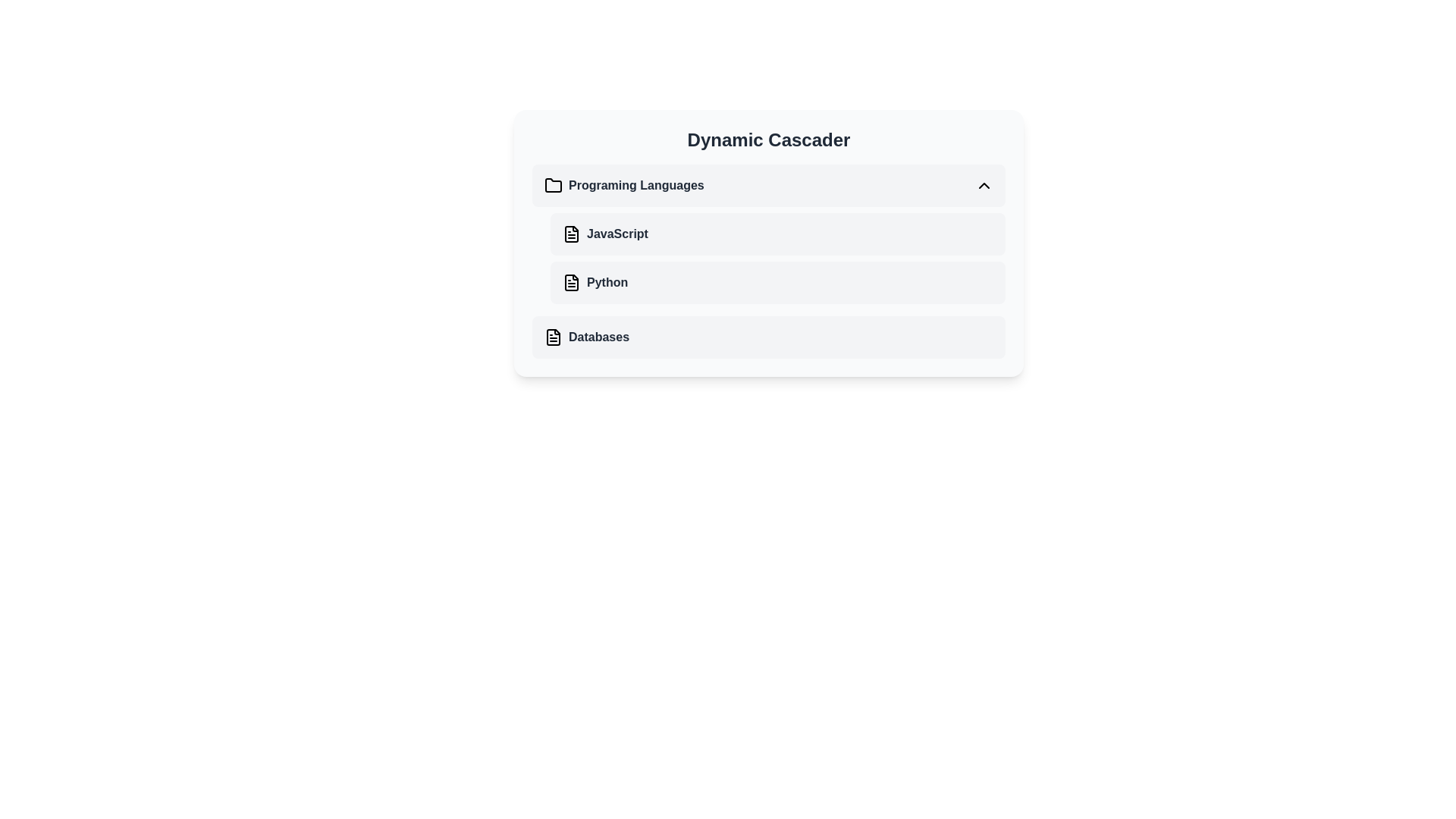 The image size is (1456, 819). Describe the element at coordinates (768, 242) in the screenshot. I see `the 'JavaScript' option in the 'Dynamic Cascader' dropdown menu, which is styled with a light background and rounded edges, located between 'Programing Languages' and 'Python'` at that location.